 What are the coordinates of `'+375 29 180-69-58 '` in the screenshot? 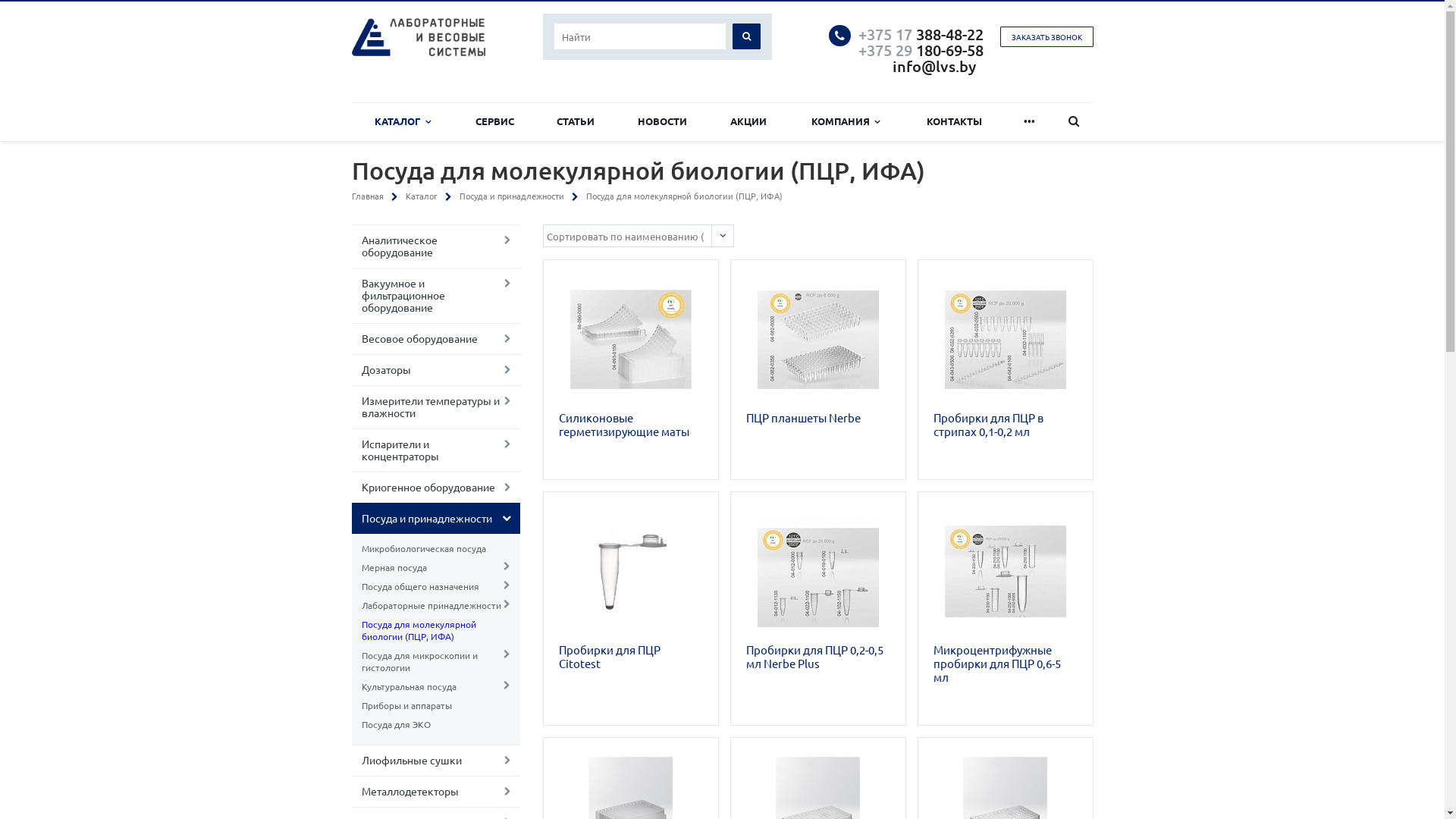 It's located at (922, 49).